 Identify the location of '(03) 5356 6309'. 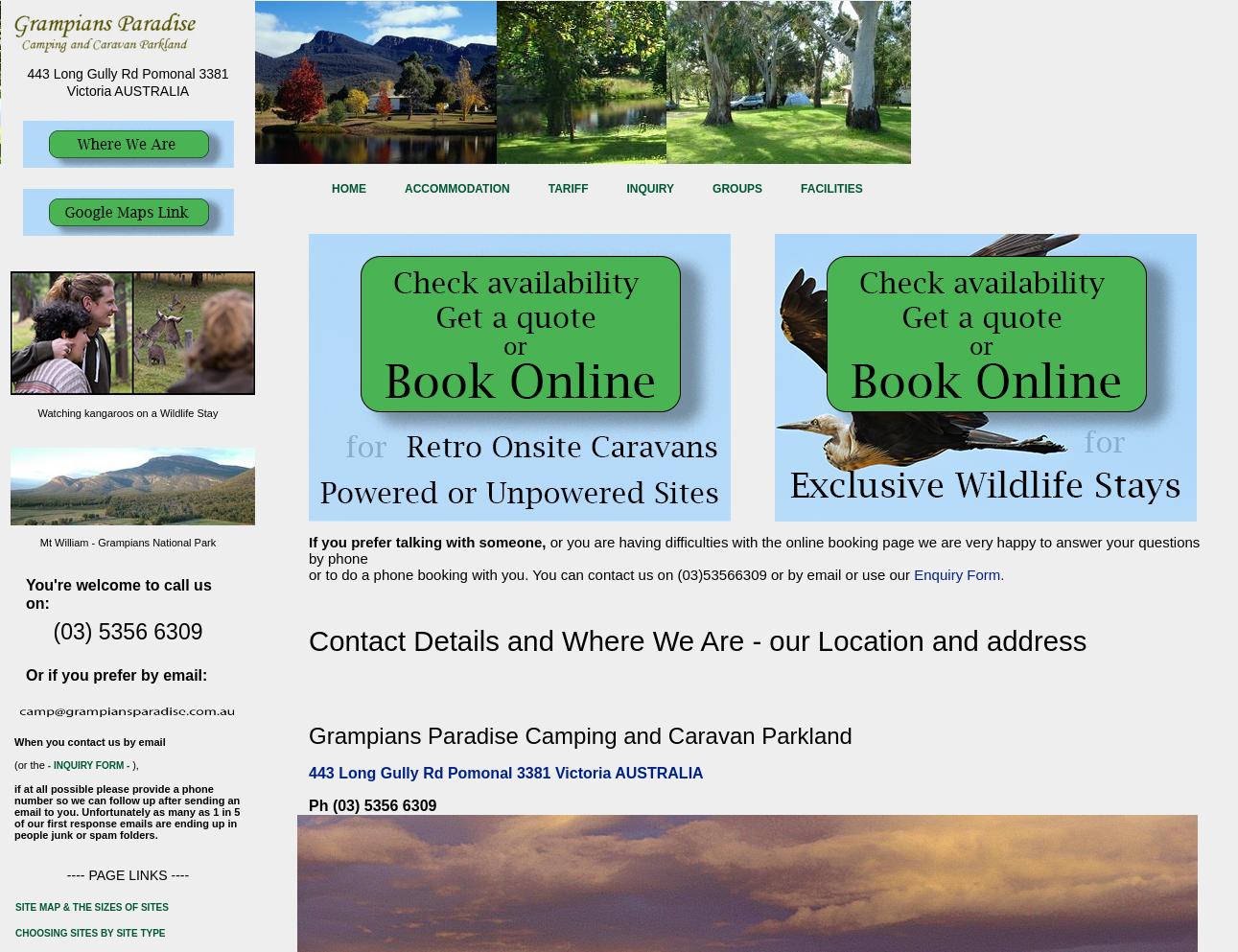
(126, 630).